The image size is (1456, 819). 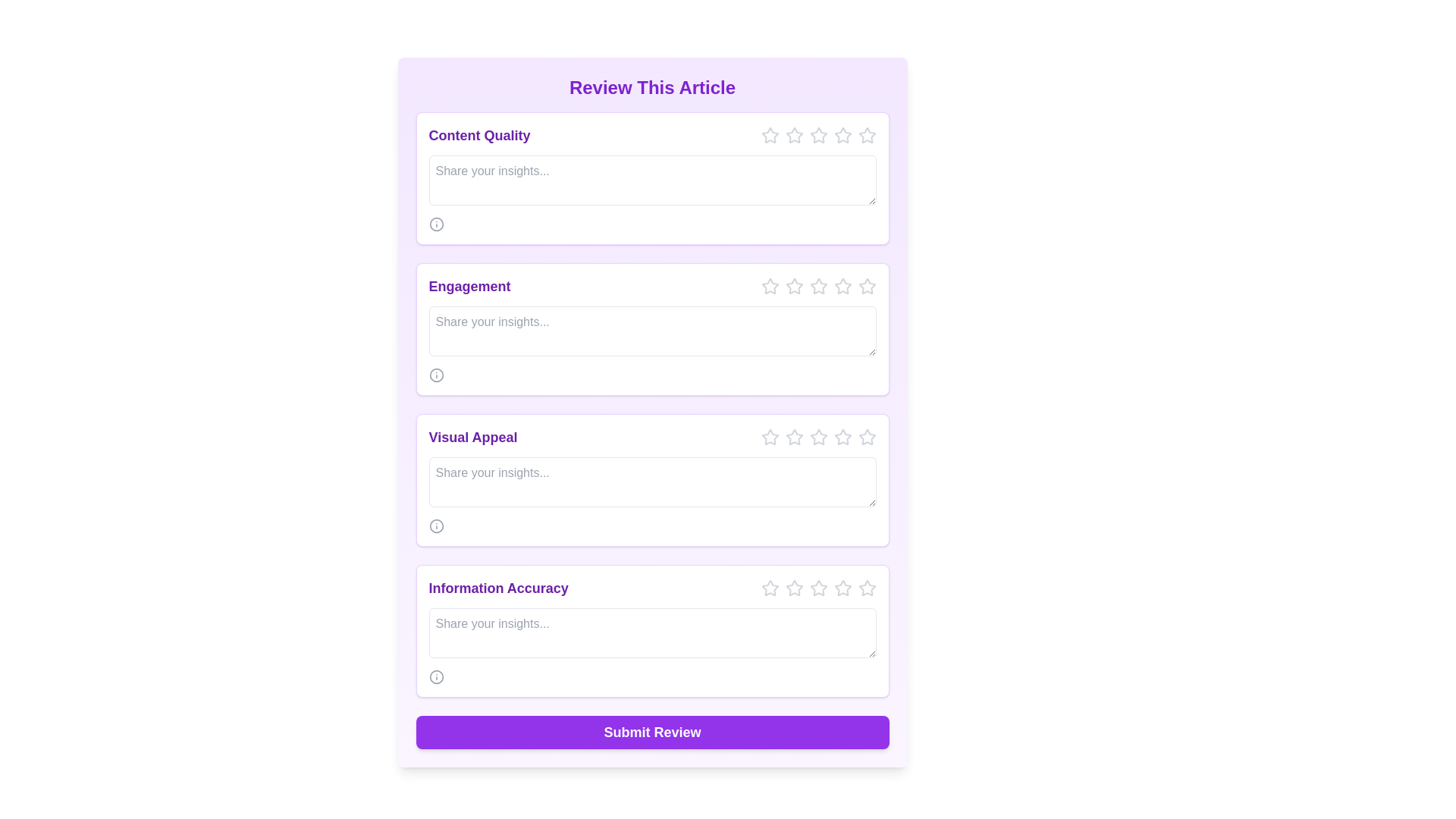 What do you see at coordinates (435, 375) in the screenshot?
I see `the Information icon, which is a circular icon with a lowercase 'i' symbol, located near the bottom left corner of the 'Engagement' section` at bounding box center [435, 375].